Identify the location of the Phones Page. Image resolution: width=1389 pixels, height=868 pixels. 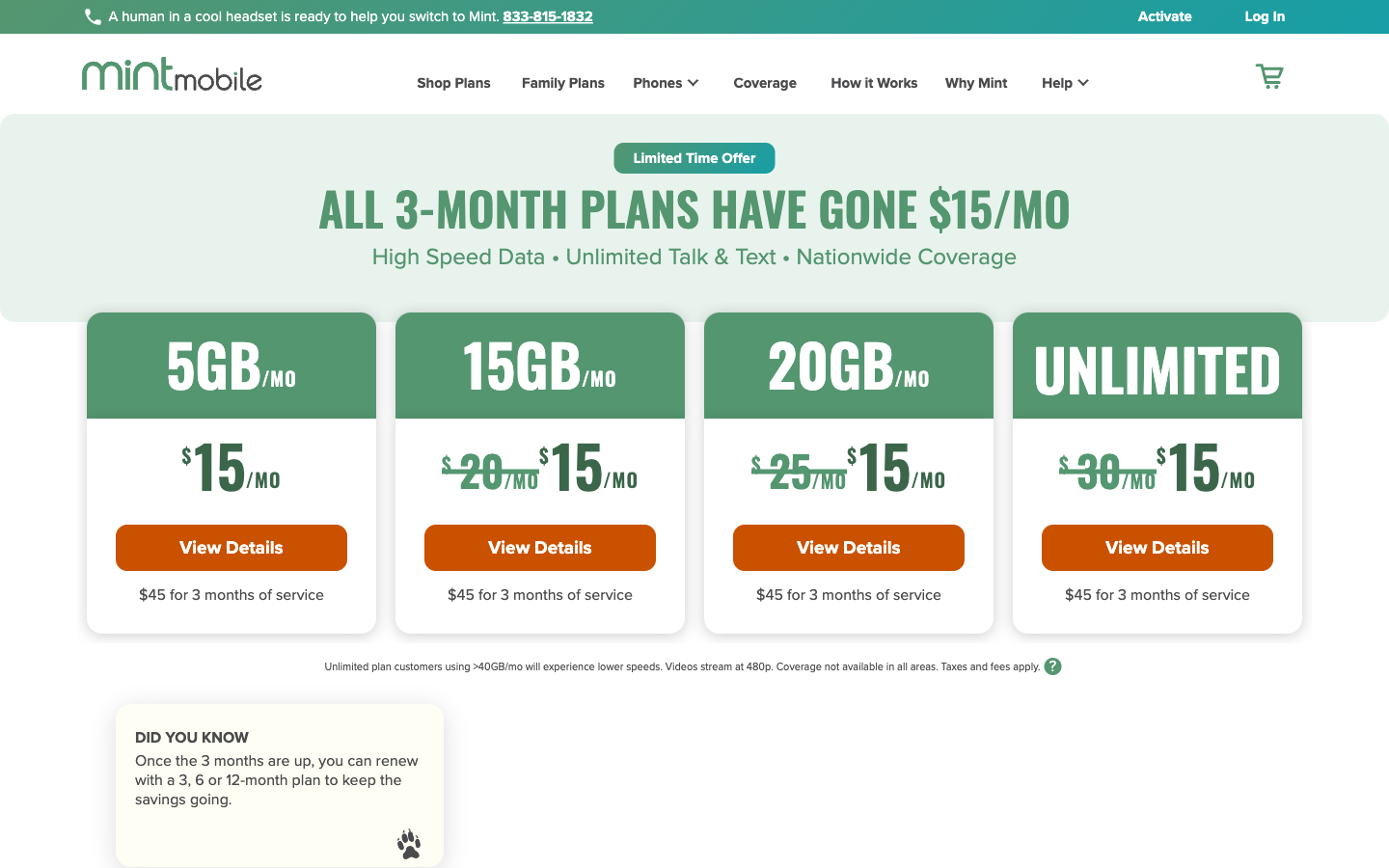
(651, 85).